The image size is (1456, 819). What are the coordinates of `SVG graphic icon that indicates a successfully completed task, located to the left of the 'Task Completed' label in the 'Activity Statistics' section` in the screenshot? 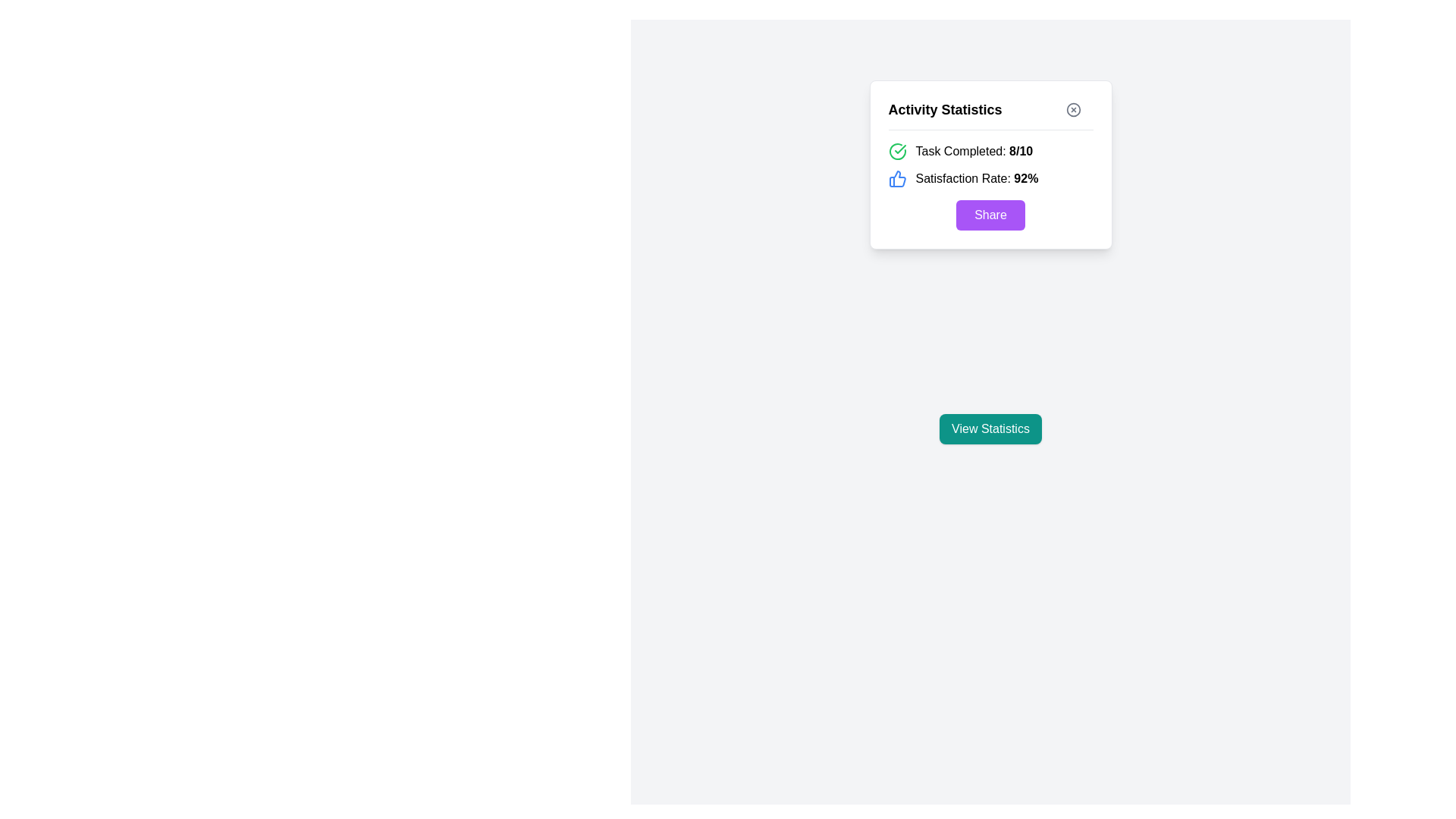 It's located at (899, 149).